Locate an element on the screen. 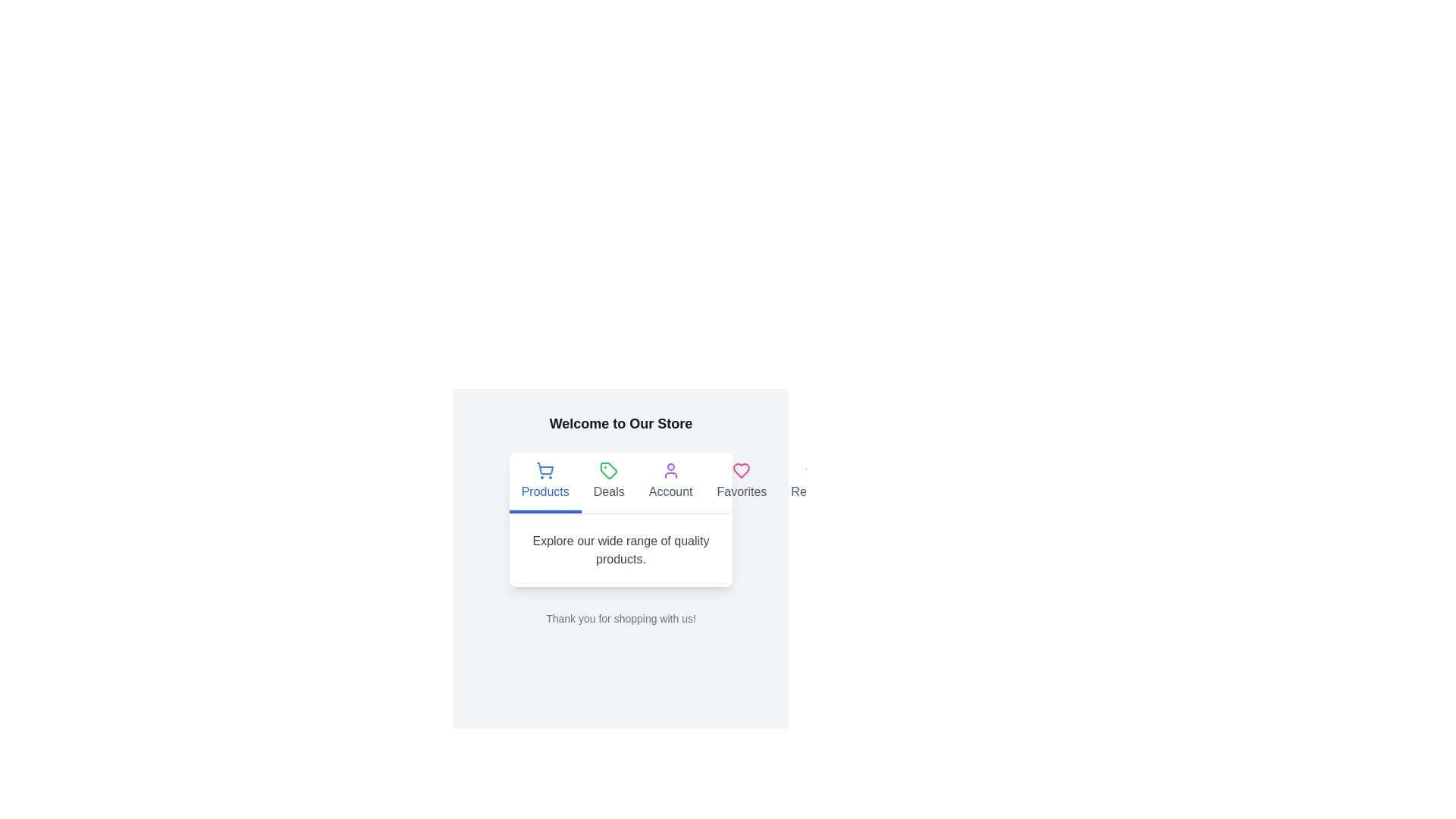  the Text Label in the navigation bar that serves as a link to promotional offers or discounts is located at coordinates (609, 491).